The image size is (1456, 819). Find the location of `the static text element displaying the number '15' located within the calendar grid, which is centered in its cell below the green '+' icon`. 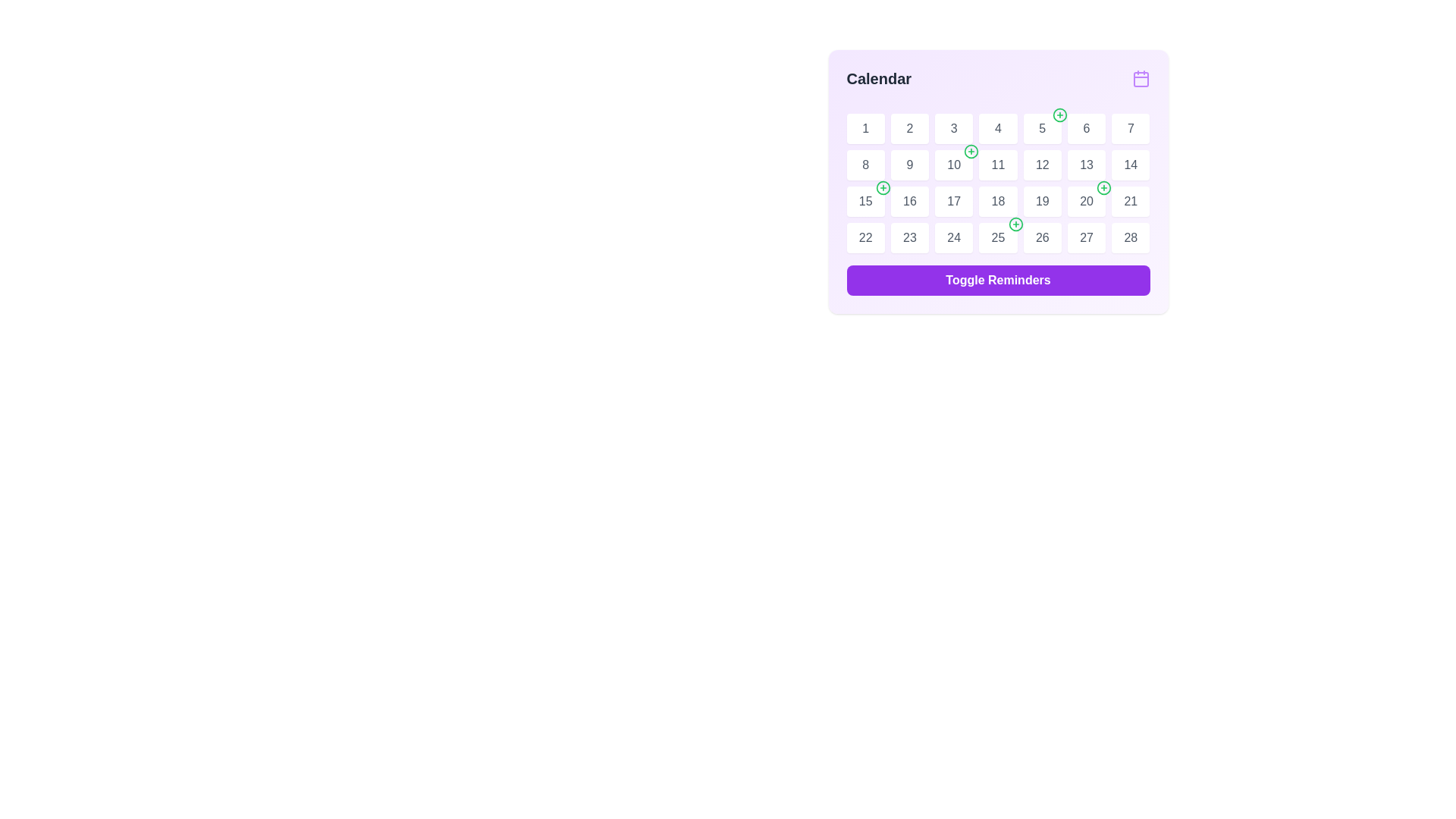

the static text element displaying the number '15' located within the calendar grid, which is centered in its cell below the green '+' icon is located at coordinates (865, 200).